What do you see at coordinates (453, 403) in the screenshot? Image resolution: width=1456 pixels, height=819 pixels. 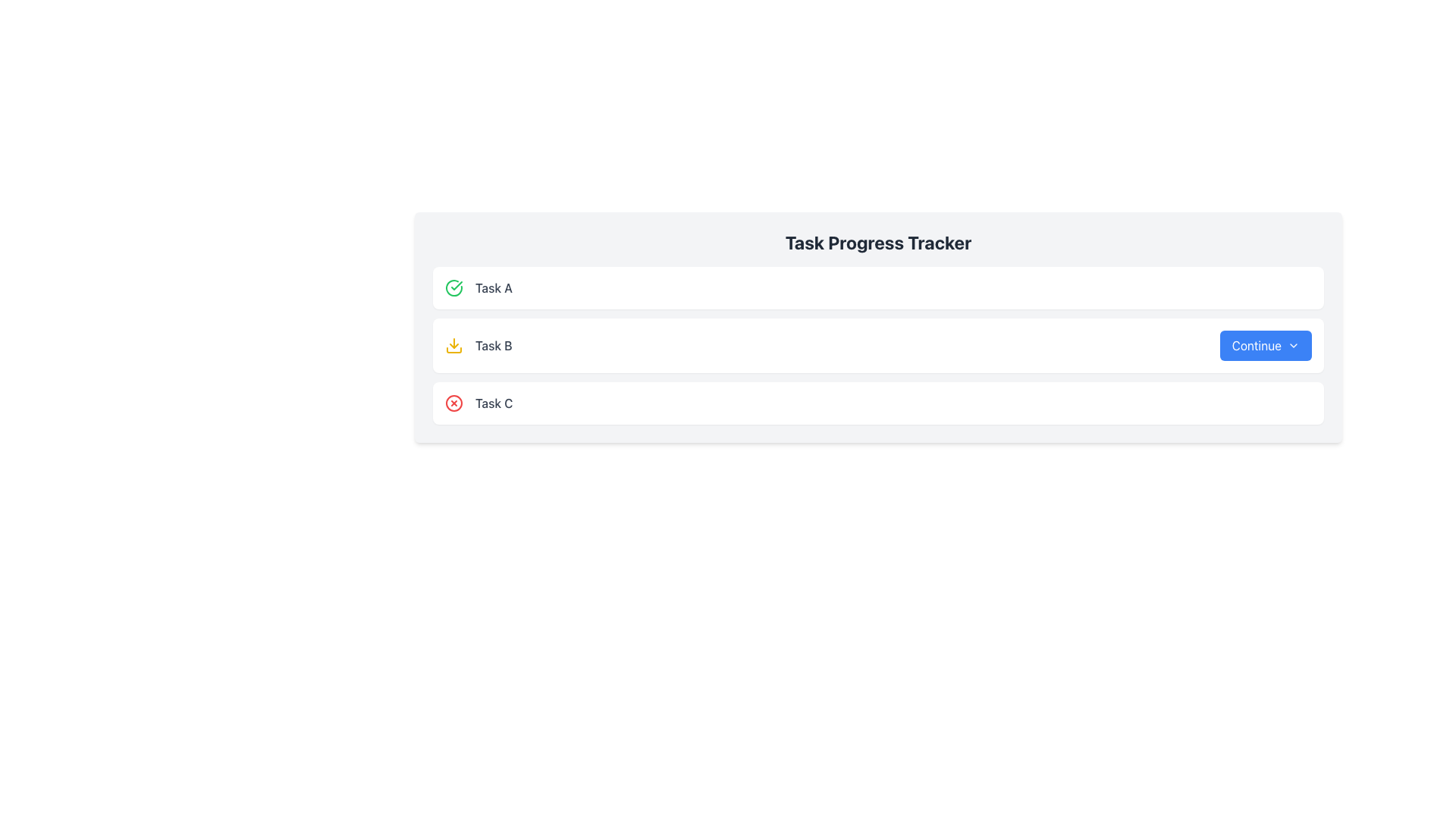 I see `the circular red outlined icon with a red cross inside, indicating a close or error function, located in the 'Task C' row of the task list` at bounding box center [453, 403].